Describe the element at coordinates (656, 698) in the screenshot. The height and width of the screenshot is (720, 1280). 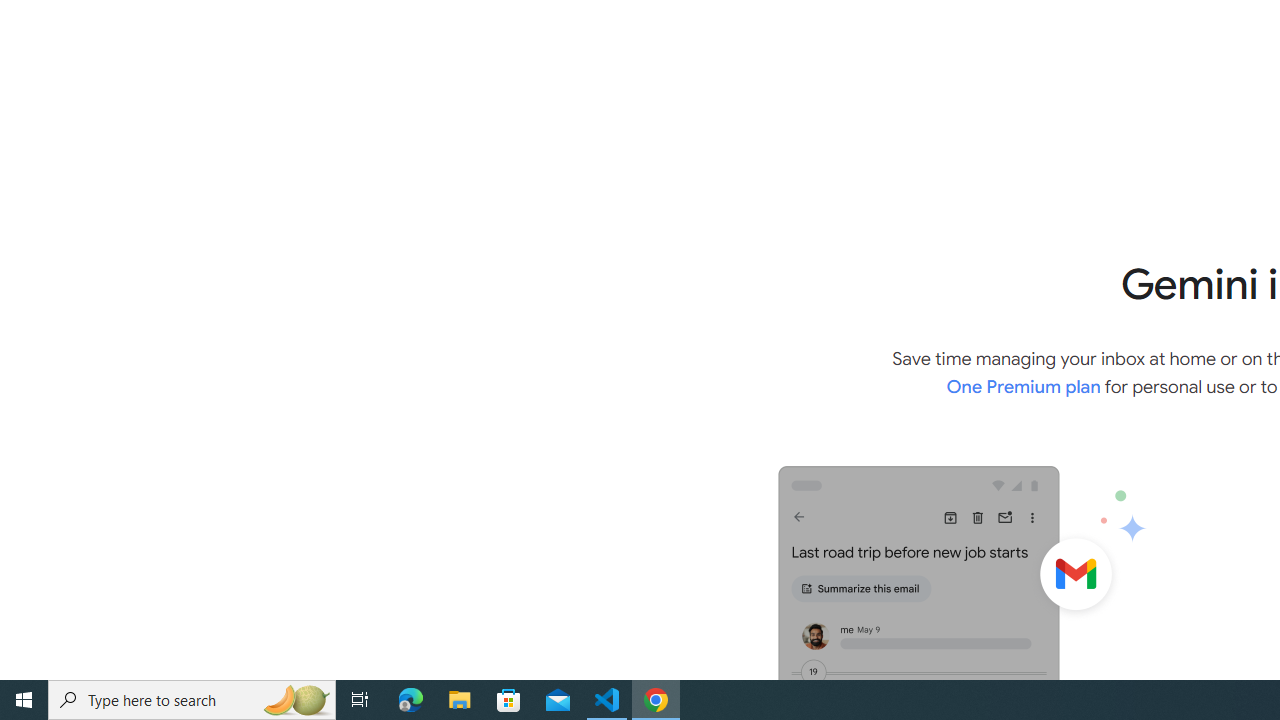
I see `'Google Chrome - 1 running window'` at that location.